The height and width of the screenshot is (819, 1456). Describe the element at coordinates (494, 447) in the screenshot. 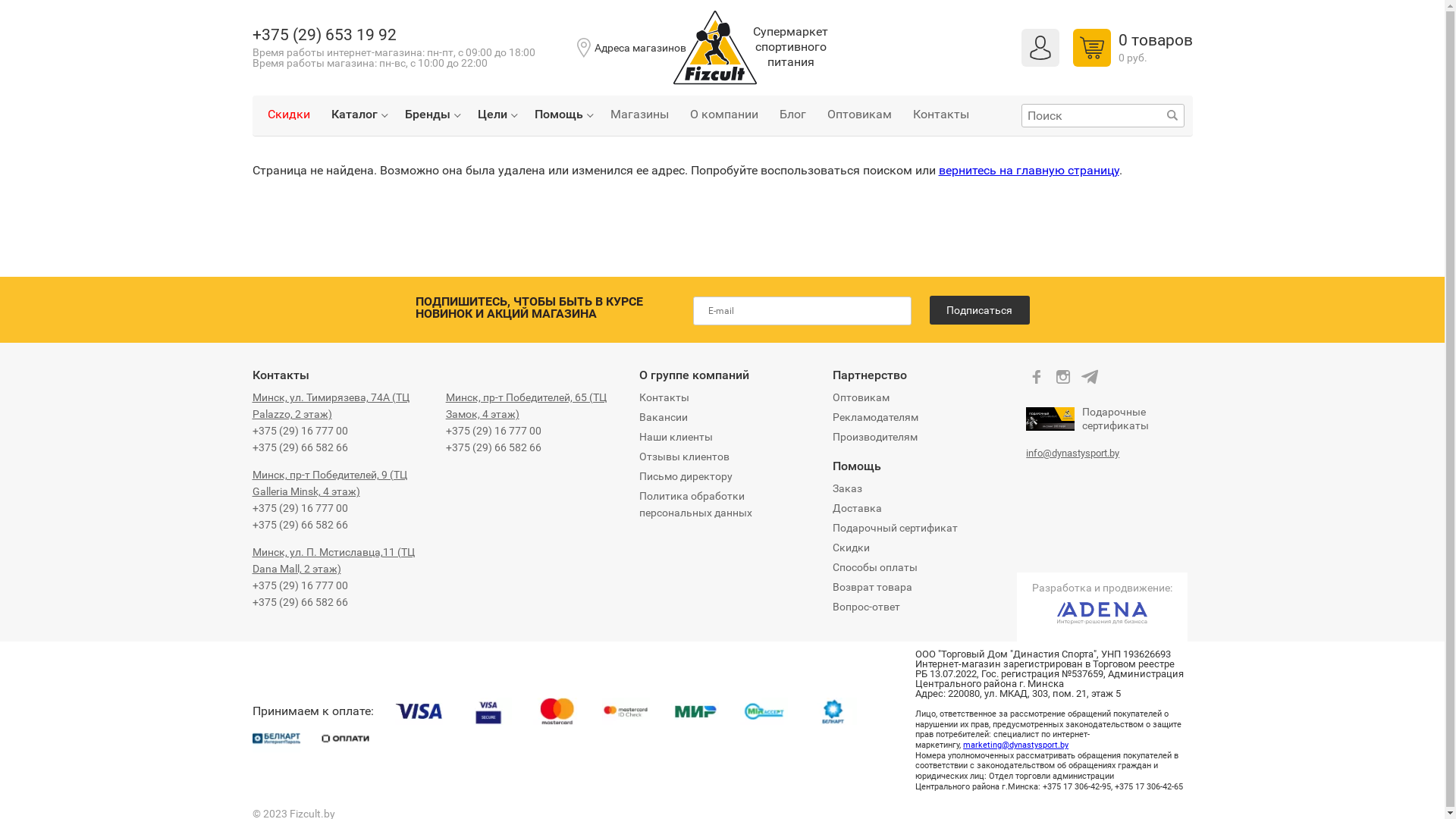

I see `'+375 (29) 66 582 66'` at that location.